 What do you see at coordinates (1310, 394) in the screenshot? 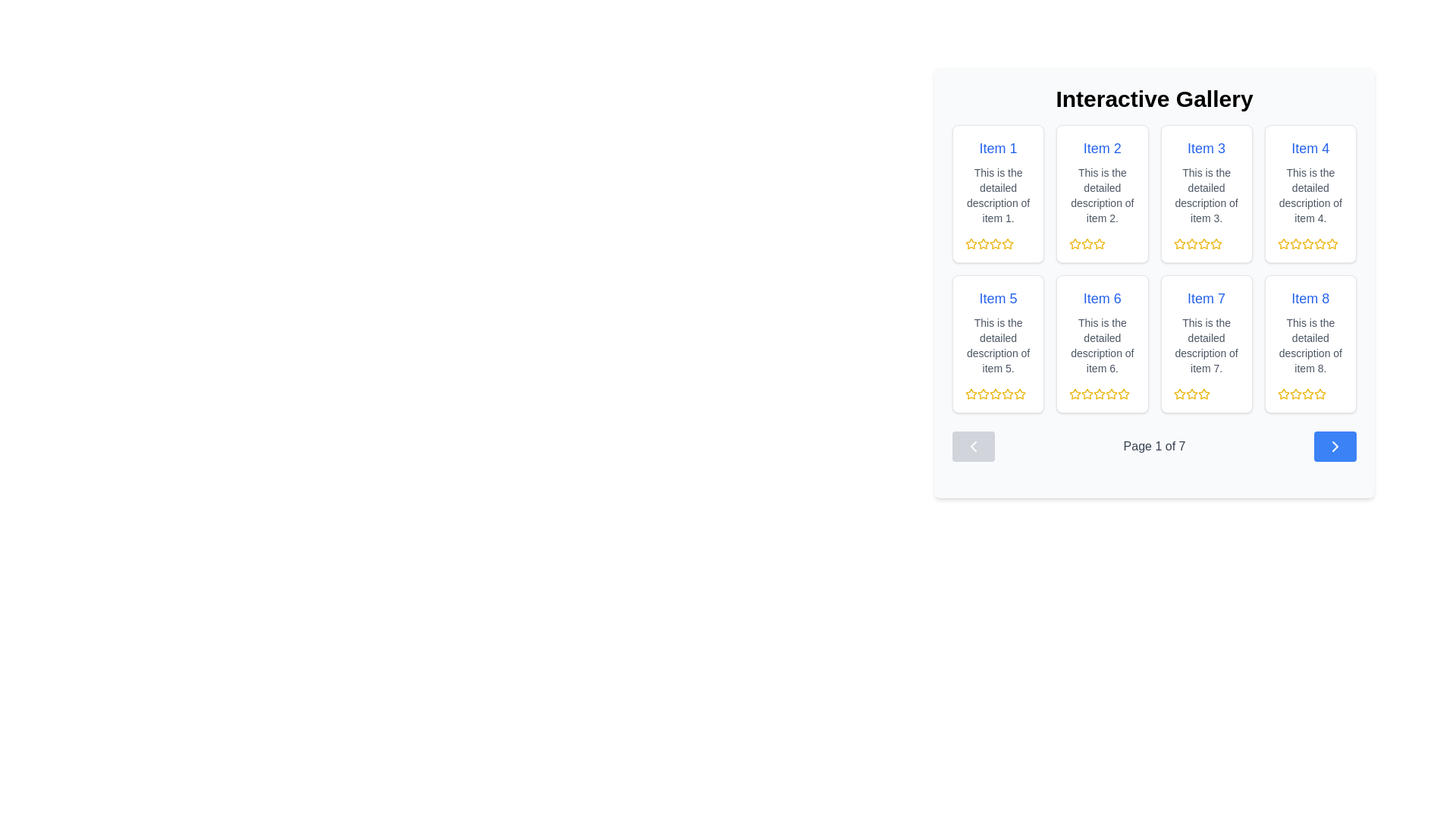
I see `the yellow rating stars component located in the 'Item 8' card beneath the description` at bounding box center [1310, 394].